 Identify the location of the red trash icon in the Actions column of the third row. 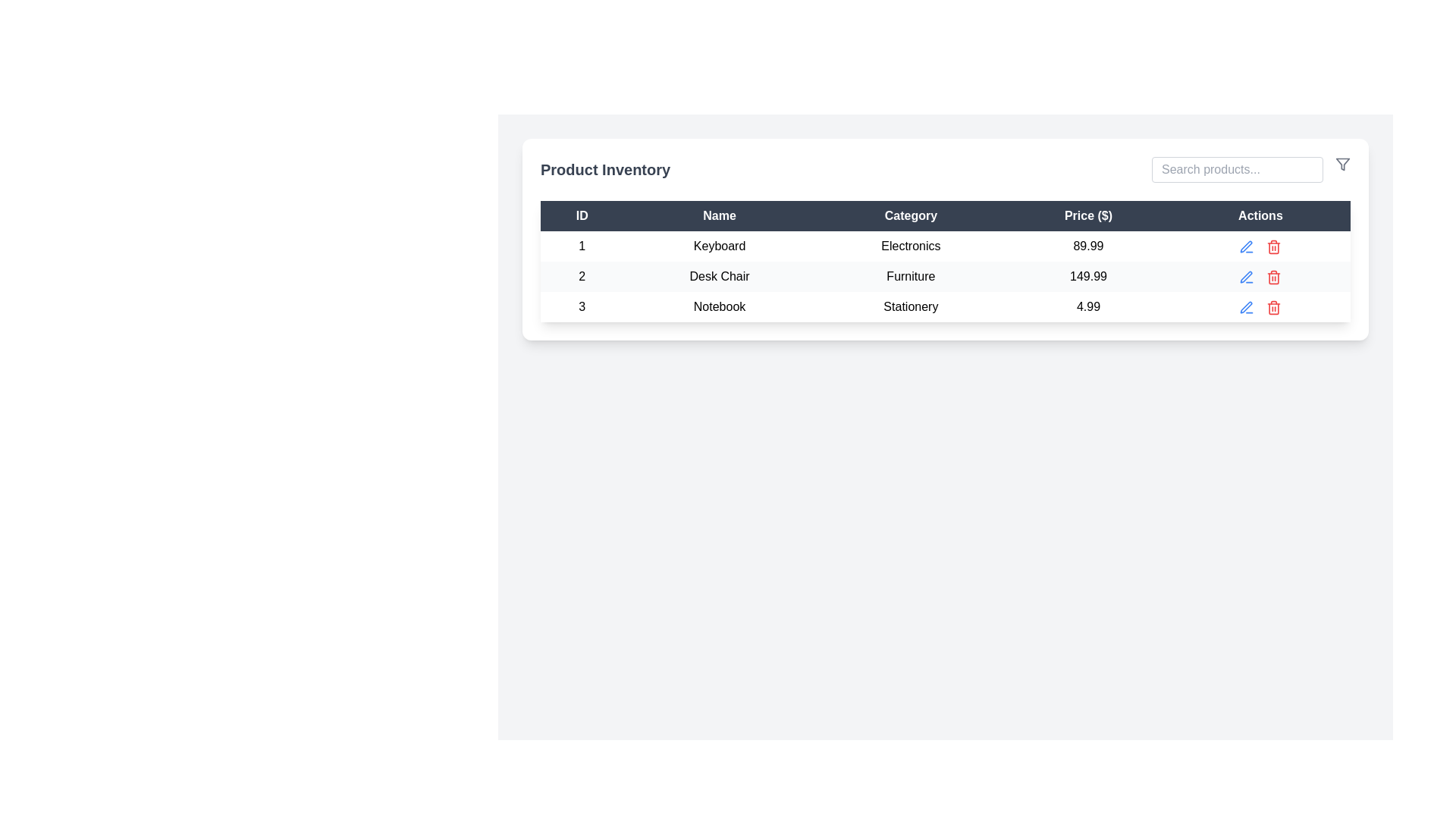
(1260, 307).